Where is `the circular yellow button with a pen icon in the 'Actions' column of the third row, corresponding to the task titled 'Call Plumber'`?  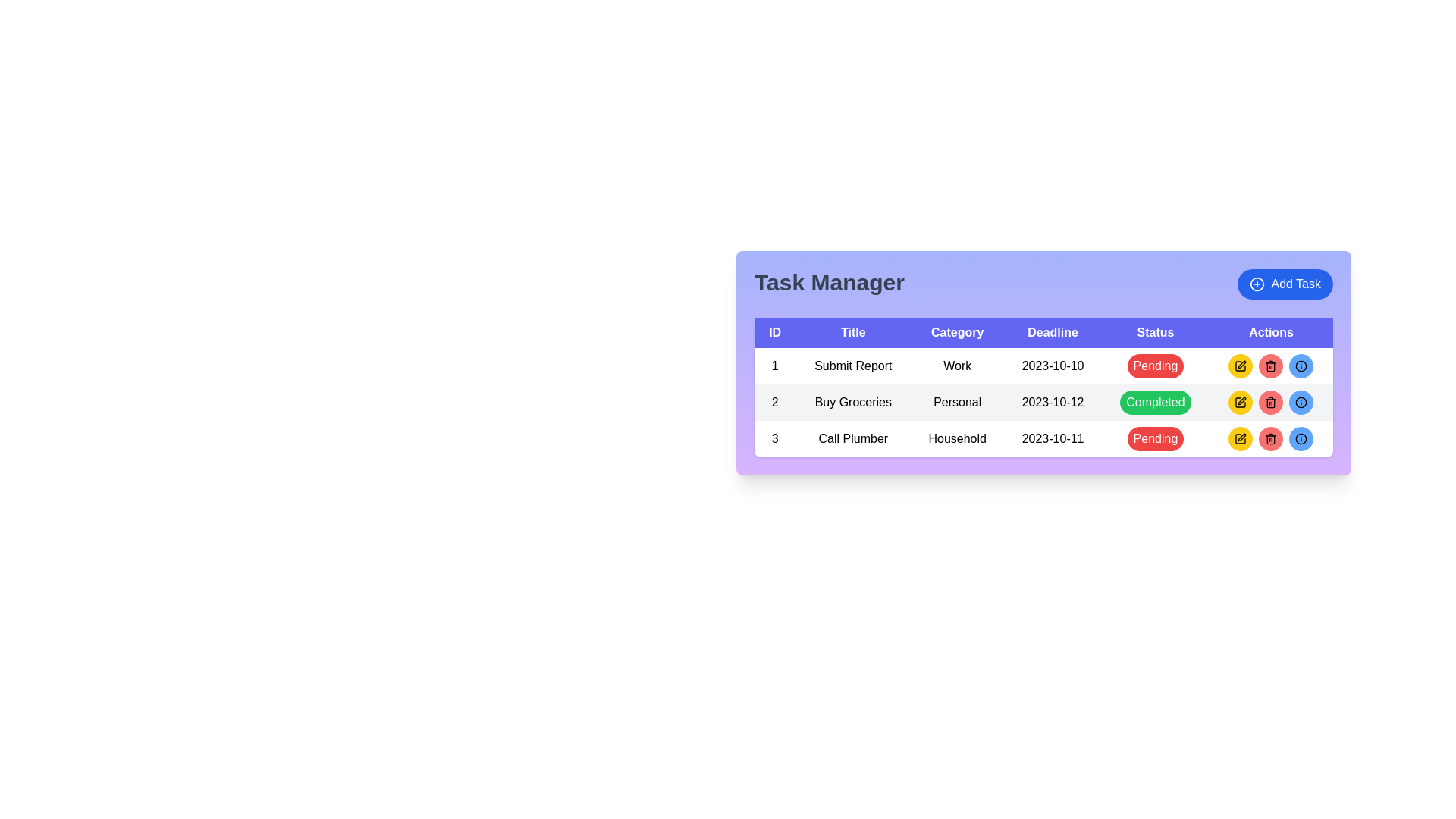 the circular yellow button with a pen icon in the 'Actions' column of the third row, corresponding to the task titled 'Call Plumber' is located at coordinates (1241, 402).